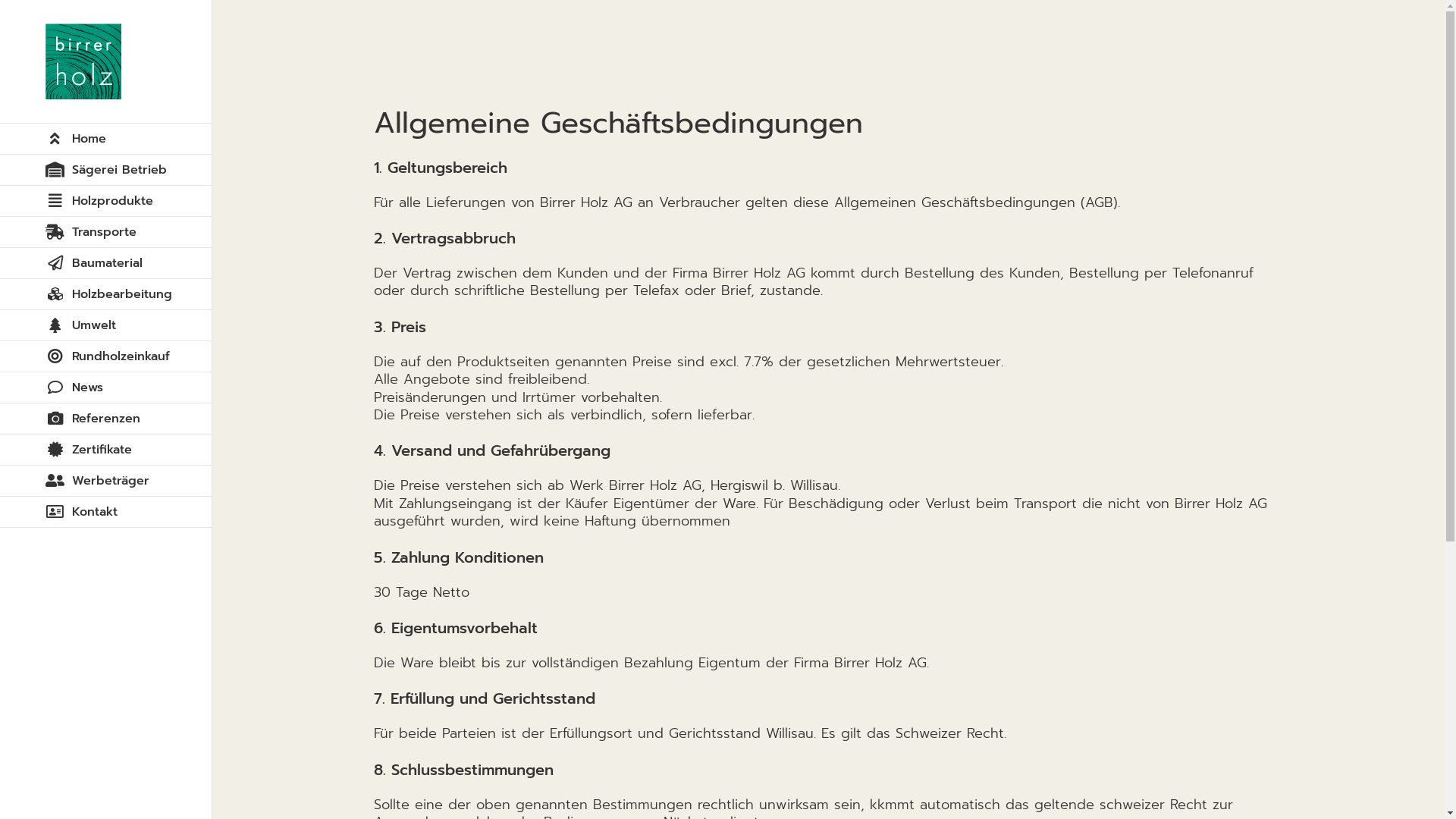 This screenshot has width=1456, height=819. Describe the element at coordinates (105, 419) in the screenshot. I see `'Referenzen'` at that location.